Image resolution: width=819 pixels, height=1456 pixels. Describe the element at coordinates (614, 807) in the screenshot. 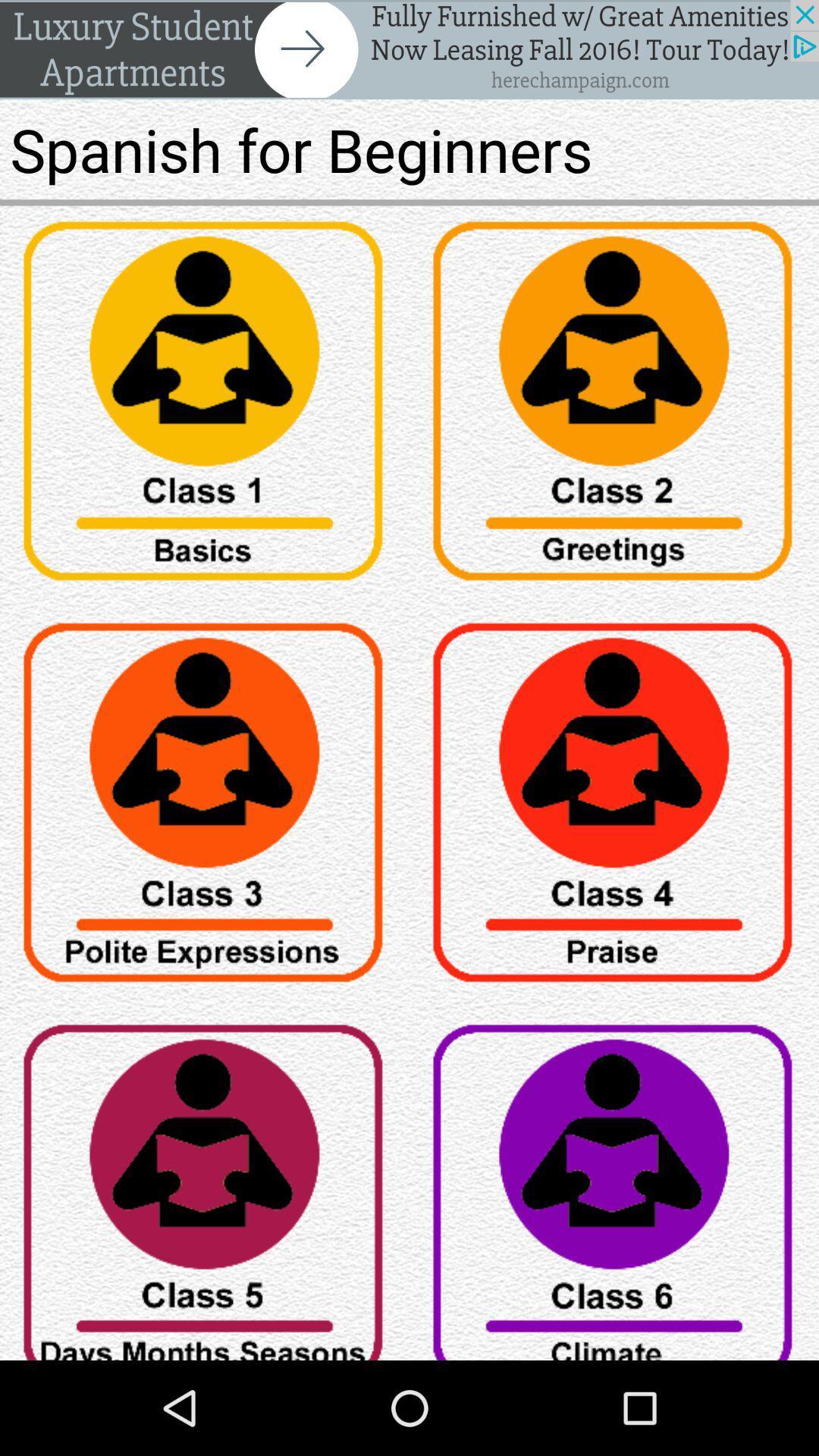

I see `tag` at that location.